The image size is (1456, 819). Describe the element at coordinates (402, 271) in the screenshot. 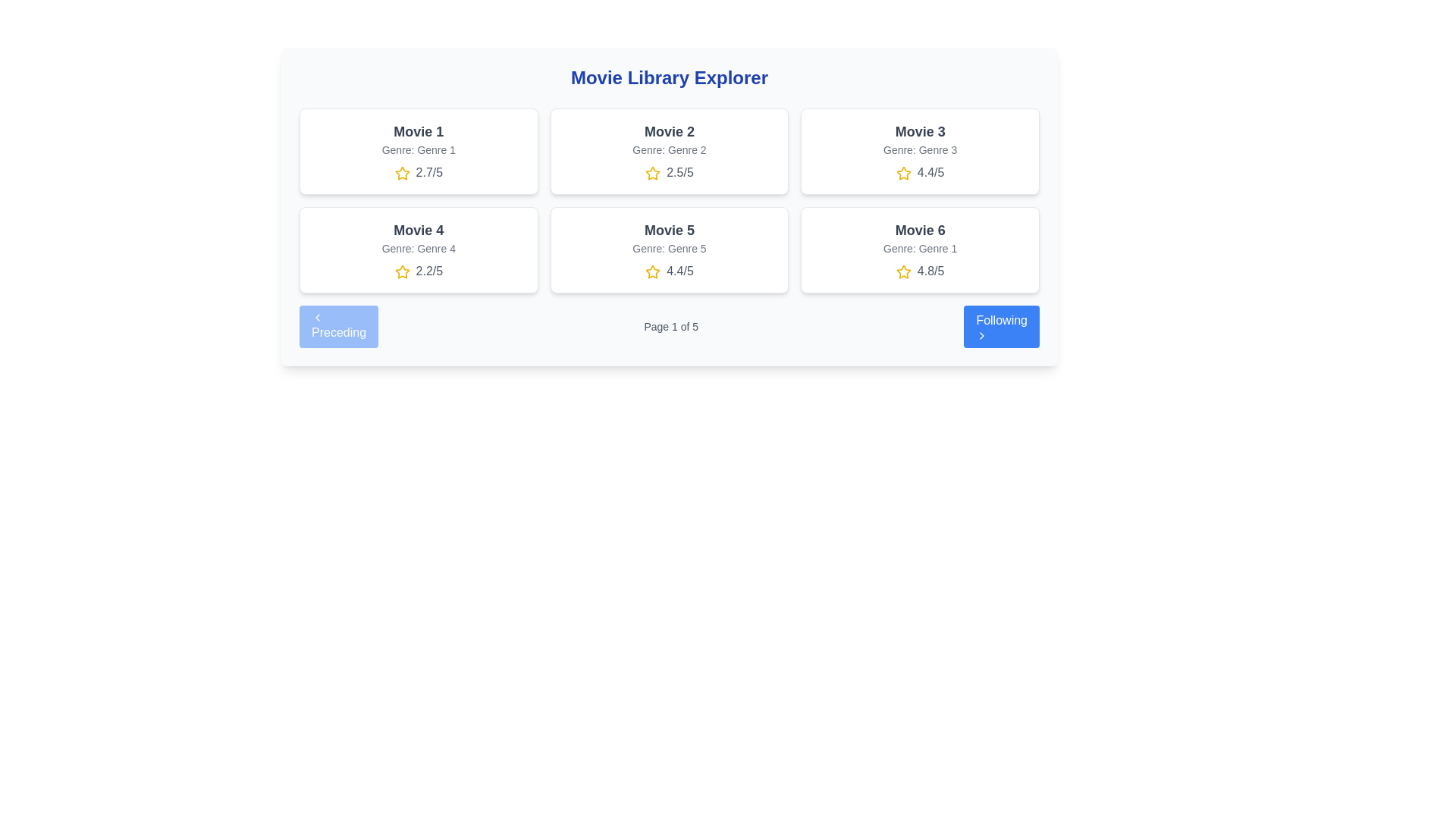

I see `the yellow star icon, which is styled with a consistent stroke width and represents a rating marker, located to the left of the '2.2/5' text and below the 'Movie 4 Genre: Genre 4' header in the movie card grid` at that location.